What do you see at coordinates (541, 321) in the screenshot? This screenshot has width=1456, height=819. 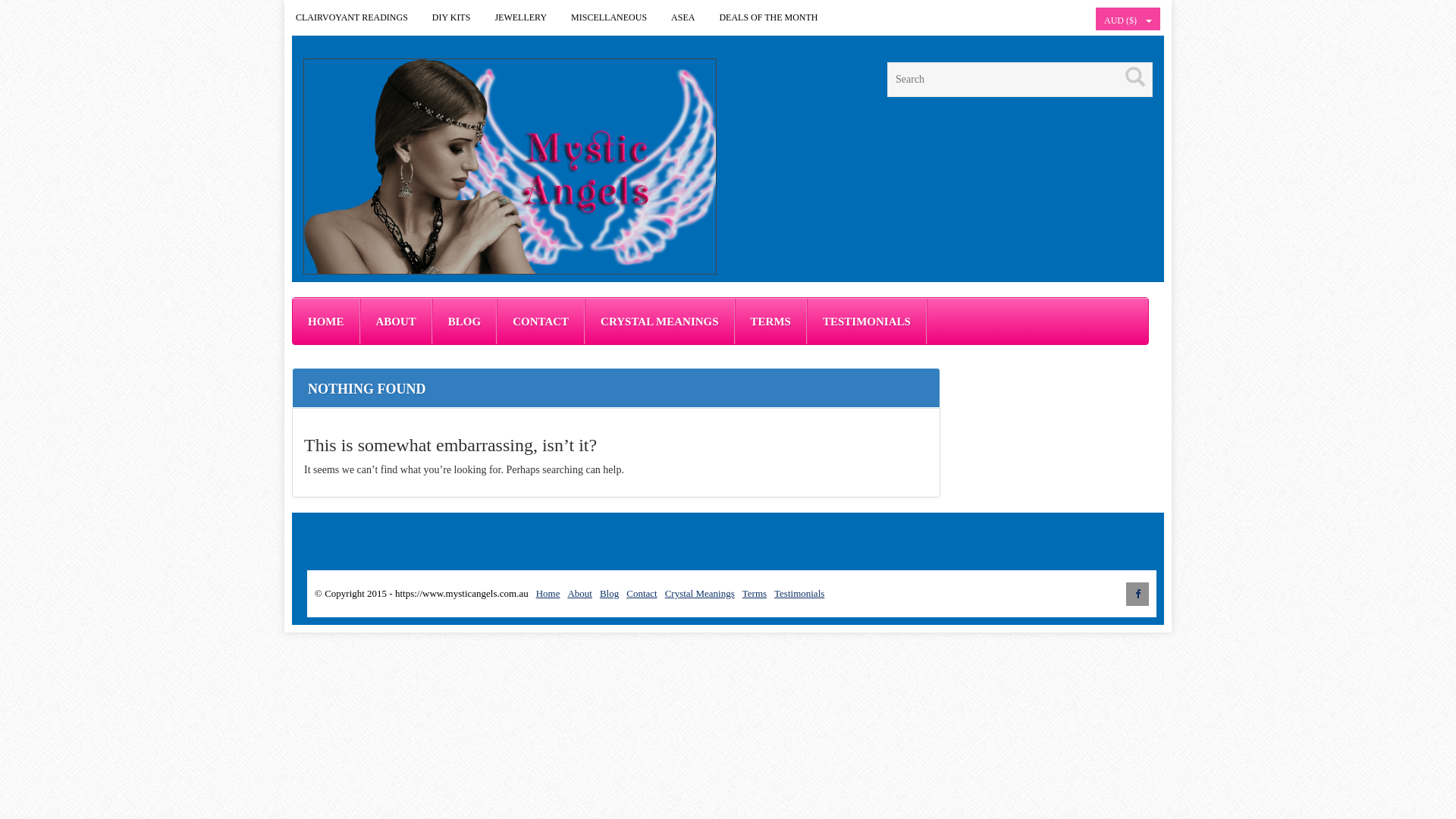 I see `'CONTACT'` at bounding box center [541, 321].